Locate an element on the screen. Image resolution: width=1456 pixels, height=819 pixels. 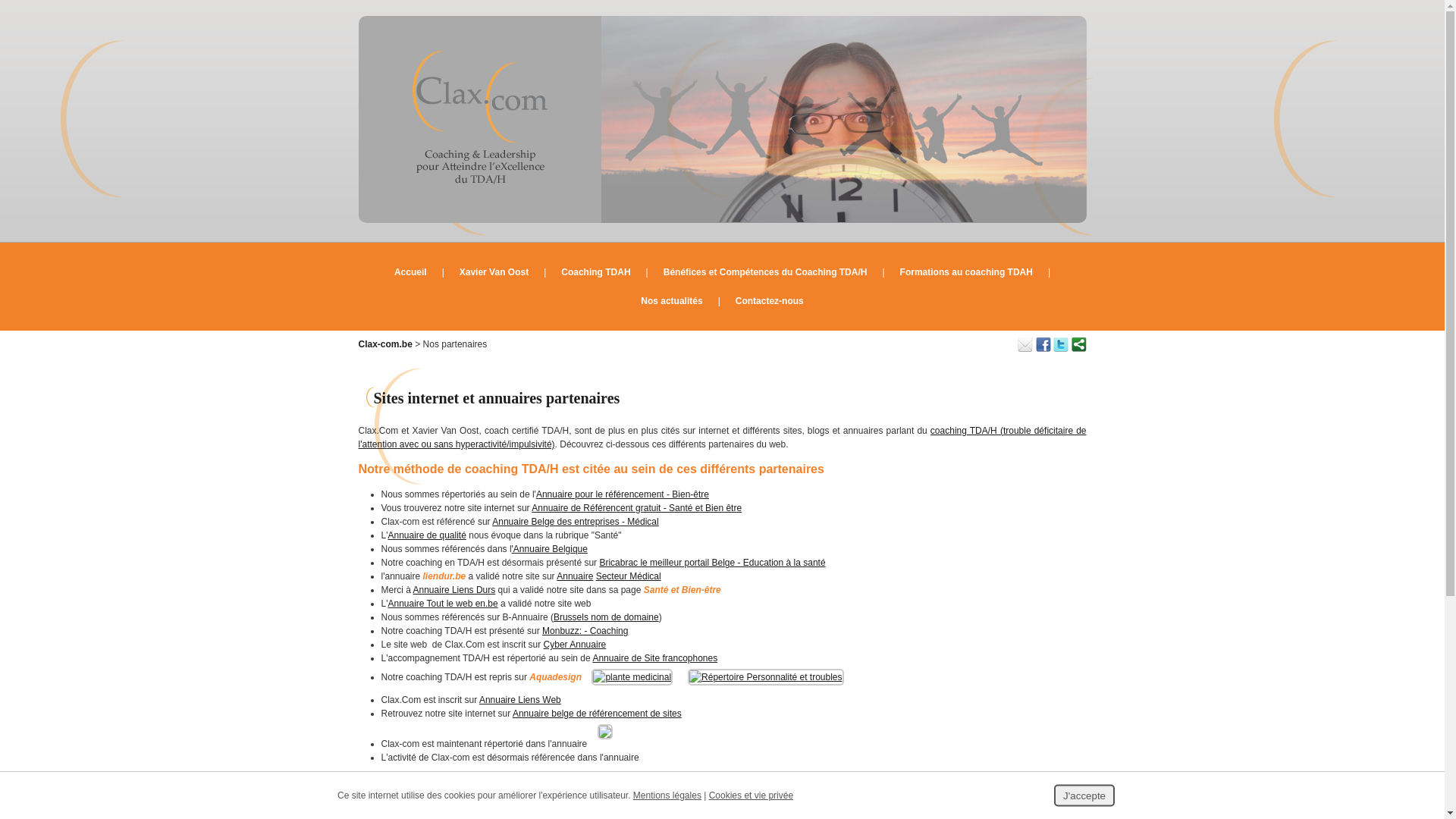
'Accueil' is located at coordinates (394, 271).